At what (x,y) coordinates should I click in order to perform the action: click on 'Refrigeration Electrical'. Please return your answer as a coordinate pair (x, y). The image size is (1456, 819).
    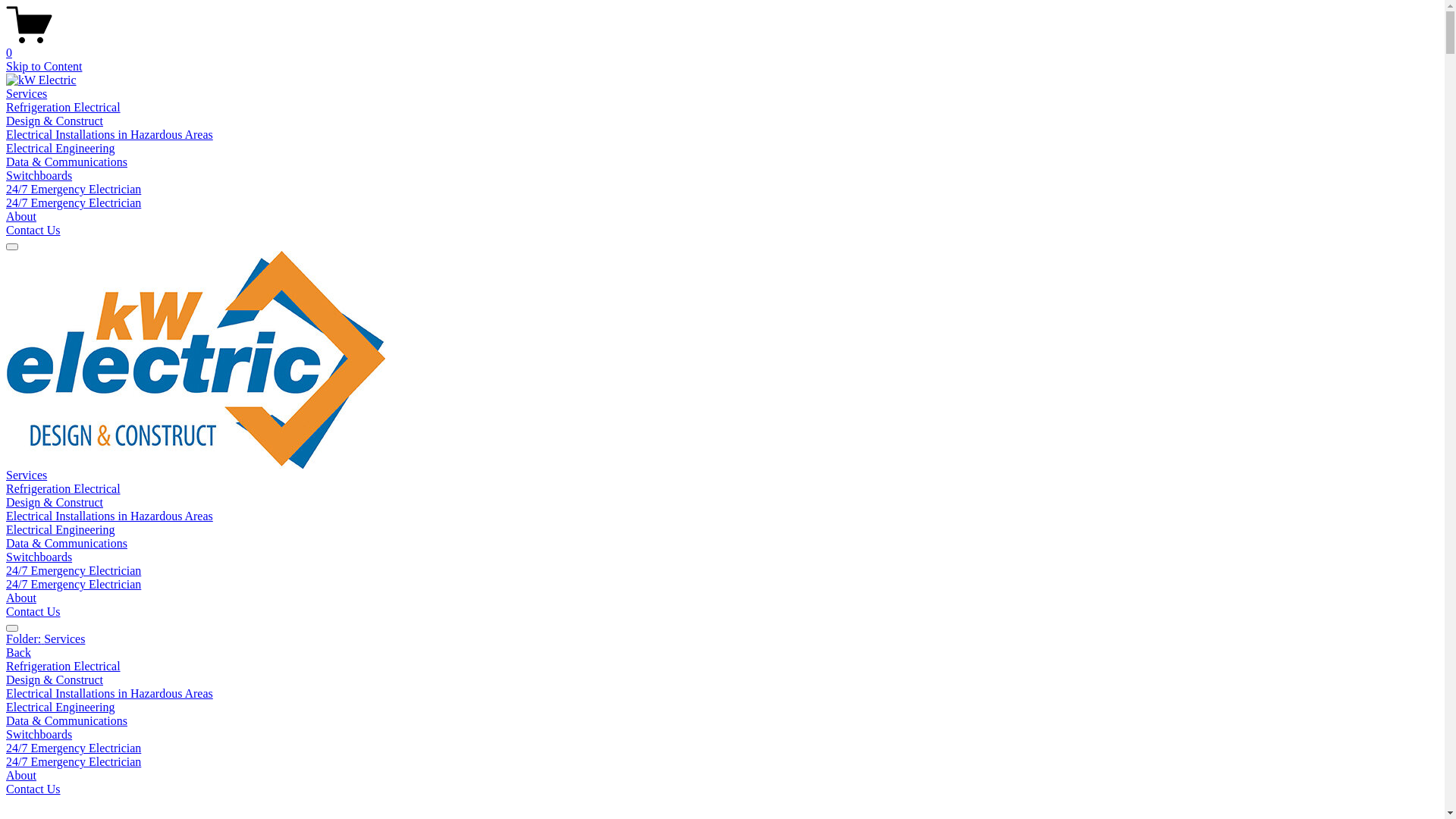
    Looking at the image, I should click on (6, 488).